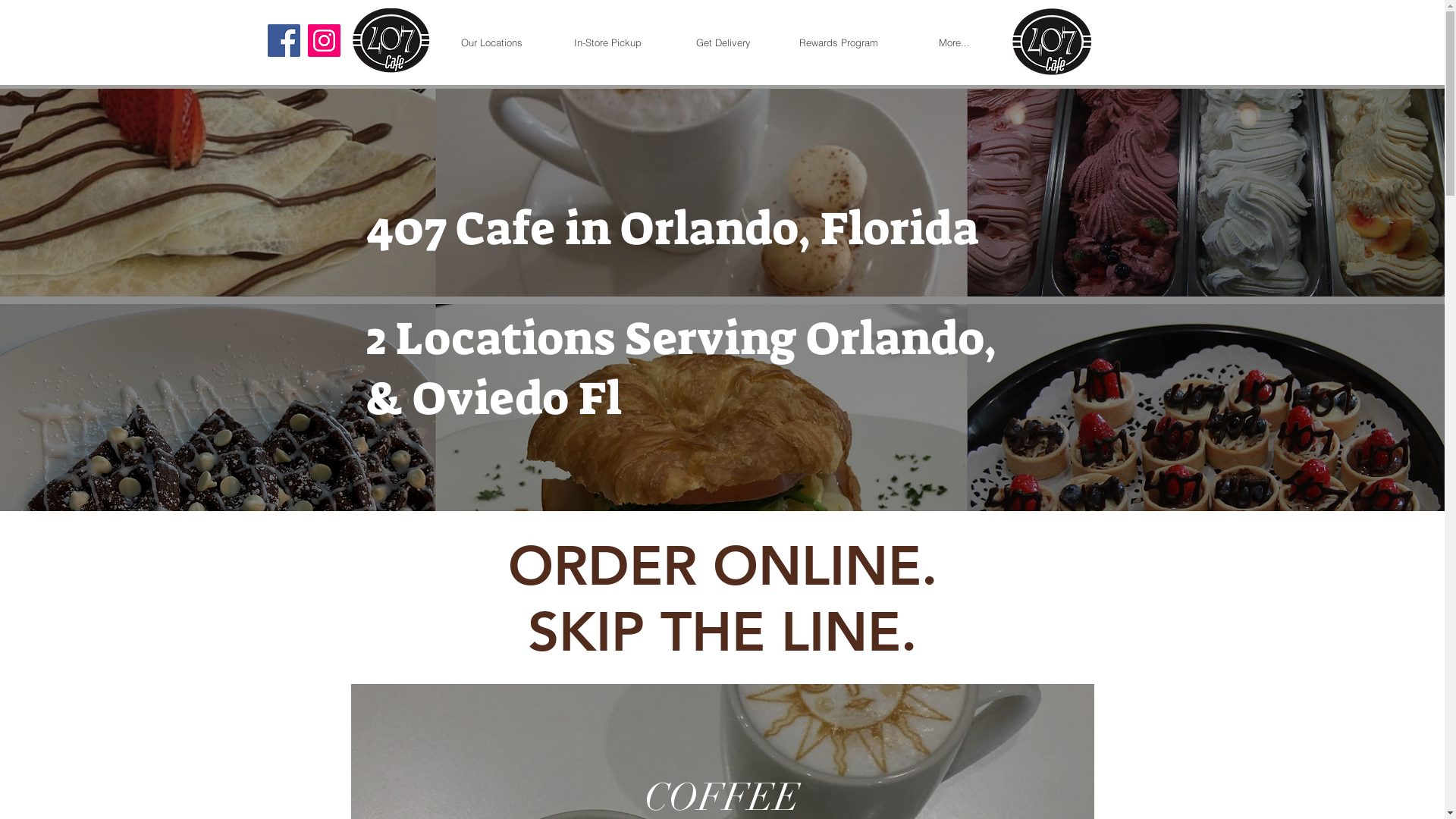  I want to click on 'In-Store Pickup', so click(607, 42).